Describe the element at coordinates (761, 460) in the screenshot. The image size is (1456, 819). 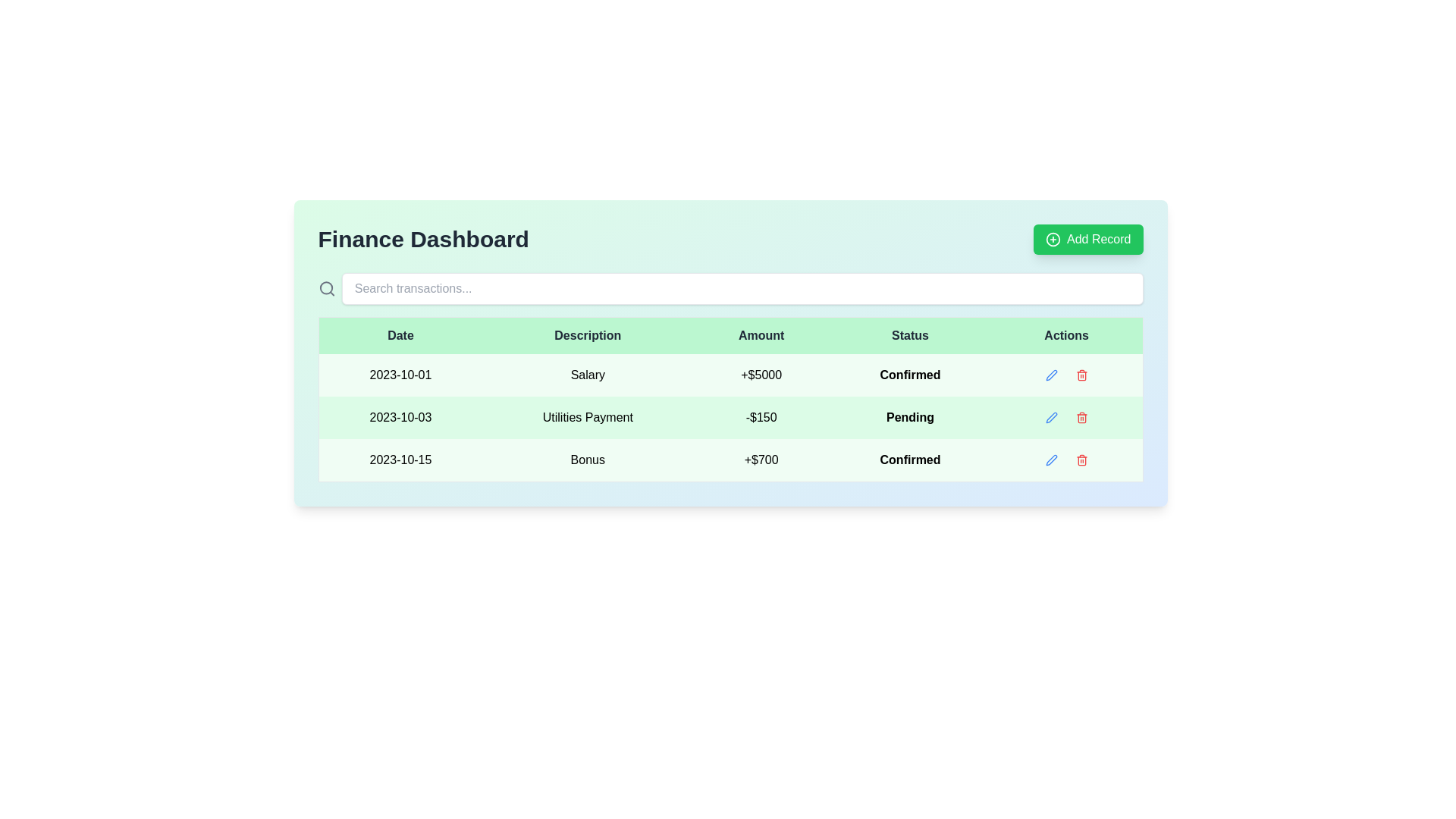
I see `the monetary value '+$700' located in the 'Amount' column of the '2023-10-15' row in the transaction table` at that location.